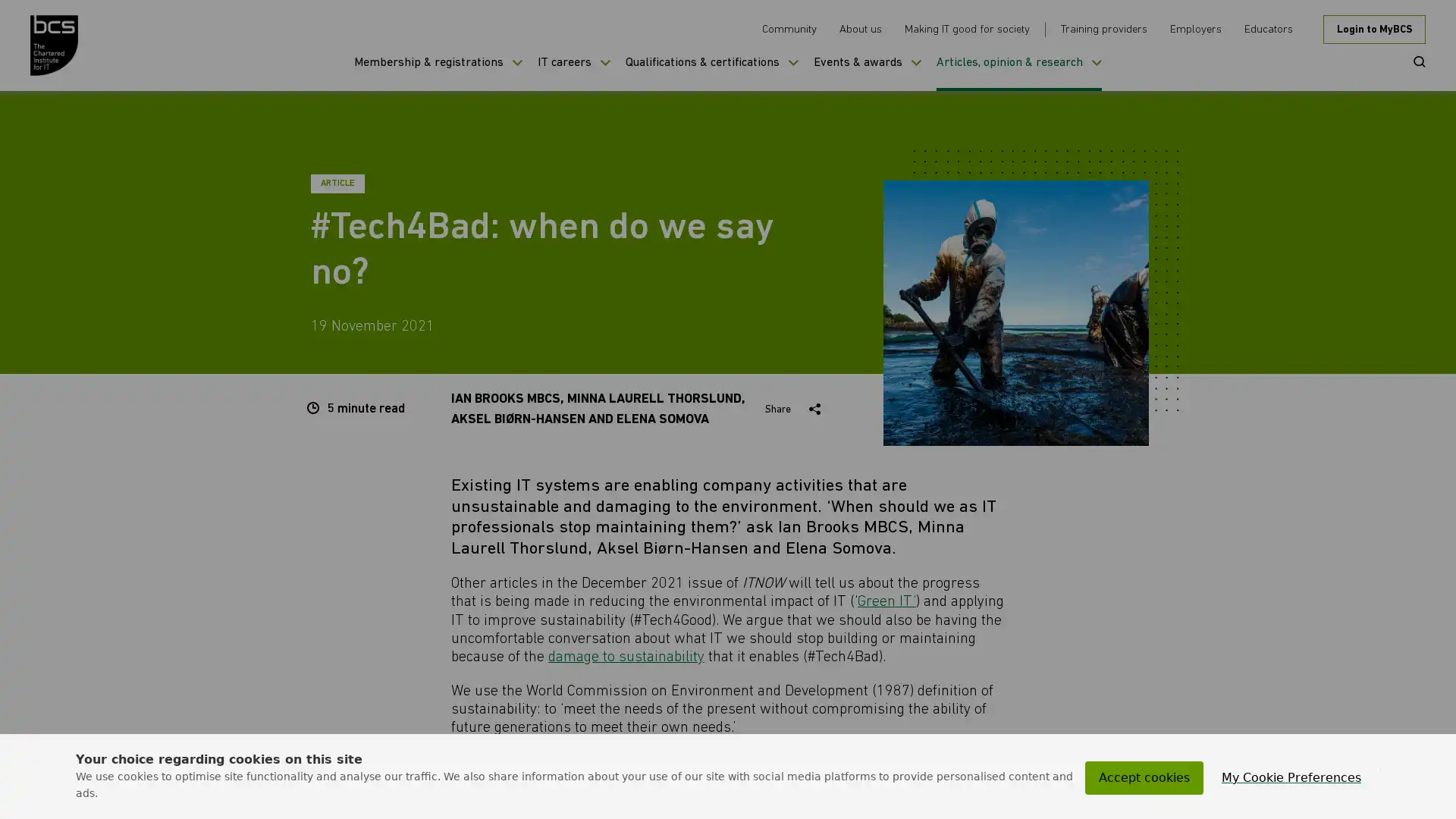  Describe the element at coordinates (867, 73) in the screenshot. I see `Events & awards` at that location.